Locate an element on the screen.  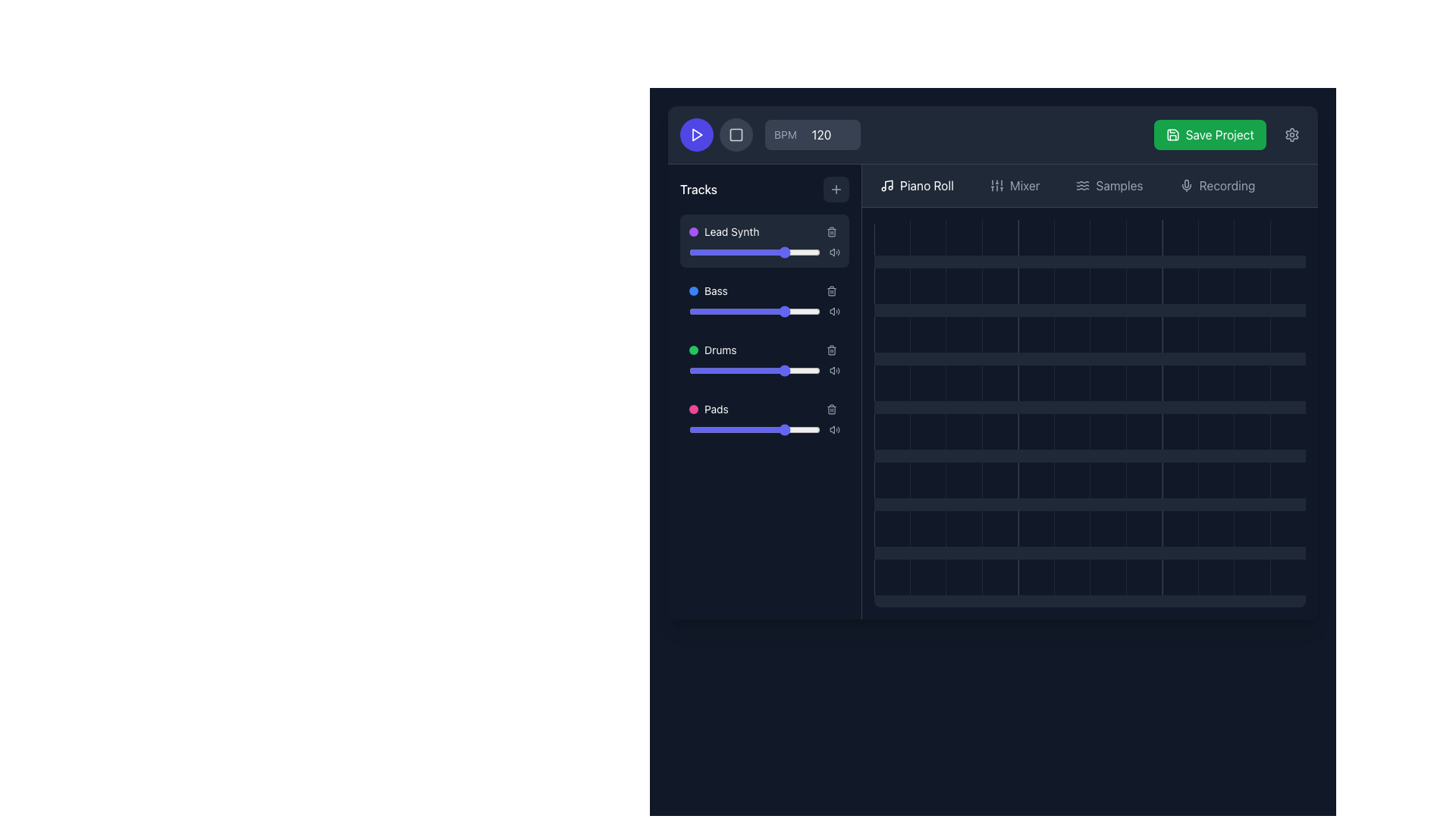
the grid cell located in the fourth column of the second row of the grid interface is located at coordinates (1179, 286).